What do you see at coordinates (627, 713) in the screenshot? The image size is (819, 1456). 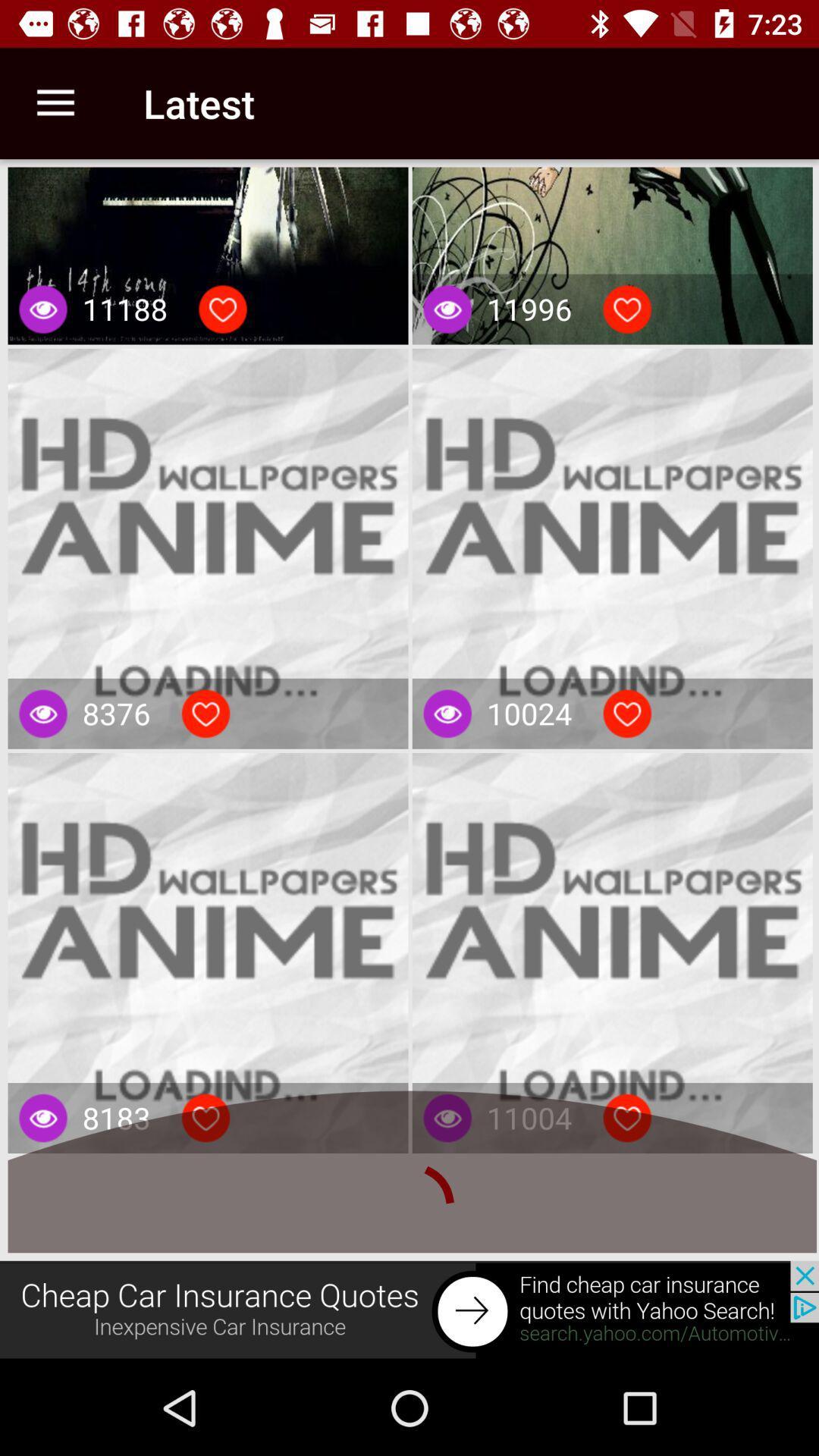 I see `selection to favorites` at bounding box center [627, 713].